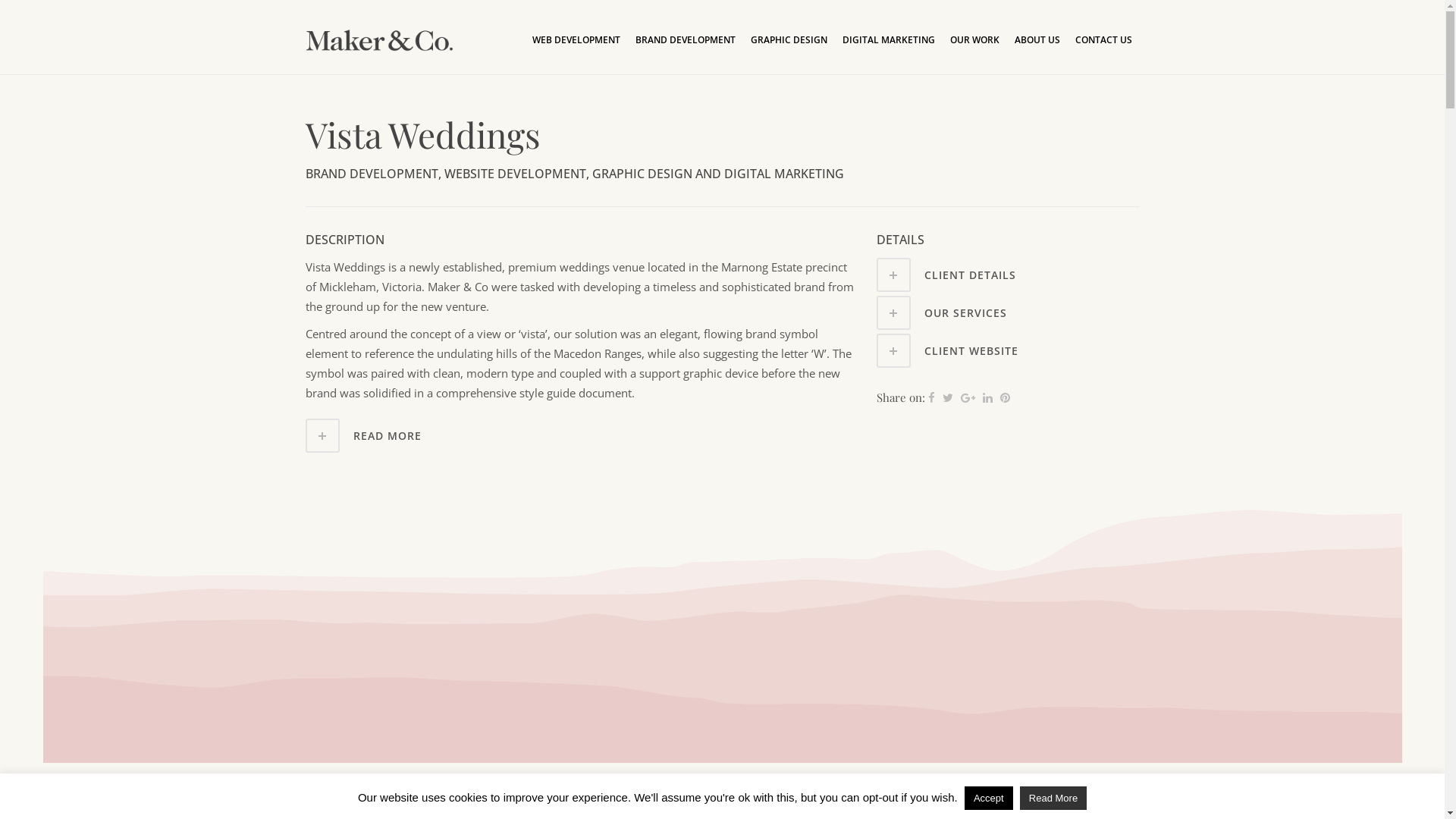 The image size is (1456, 819). What do you see at coordinates (960, 397) in the screenshot?
I see `'Share on Google+'` at bounding box center [960, 397].